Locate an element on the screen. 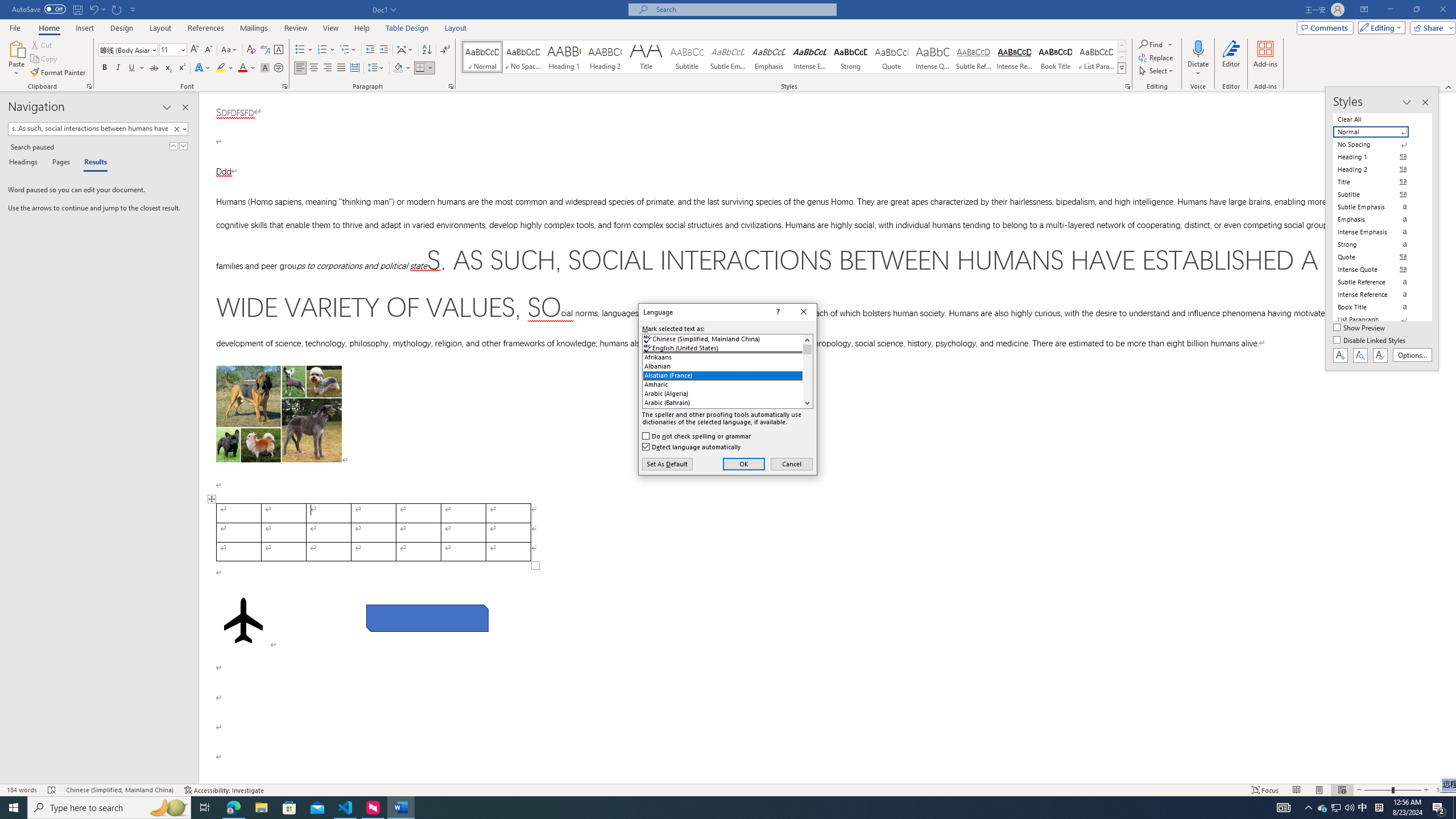 The image size is (1456, 819). 'Class: NetUIButton' is located at coordinates (1379, 355).